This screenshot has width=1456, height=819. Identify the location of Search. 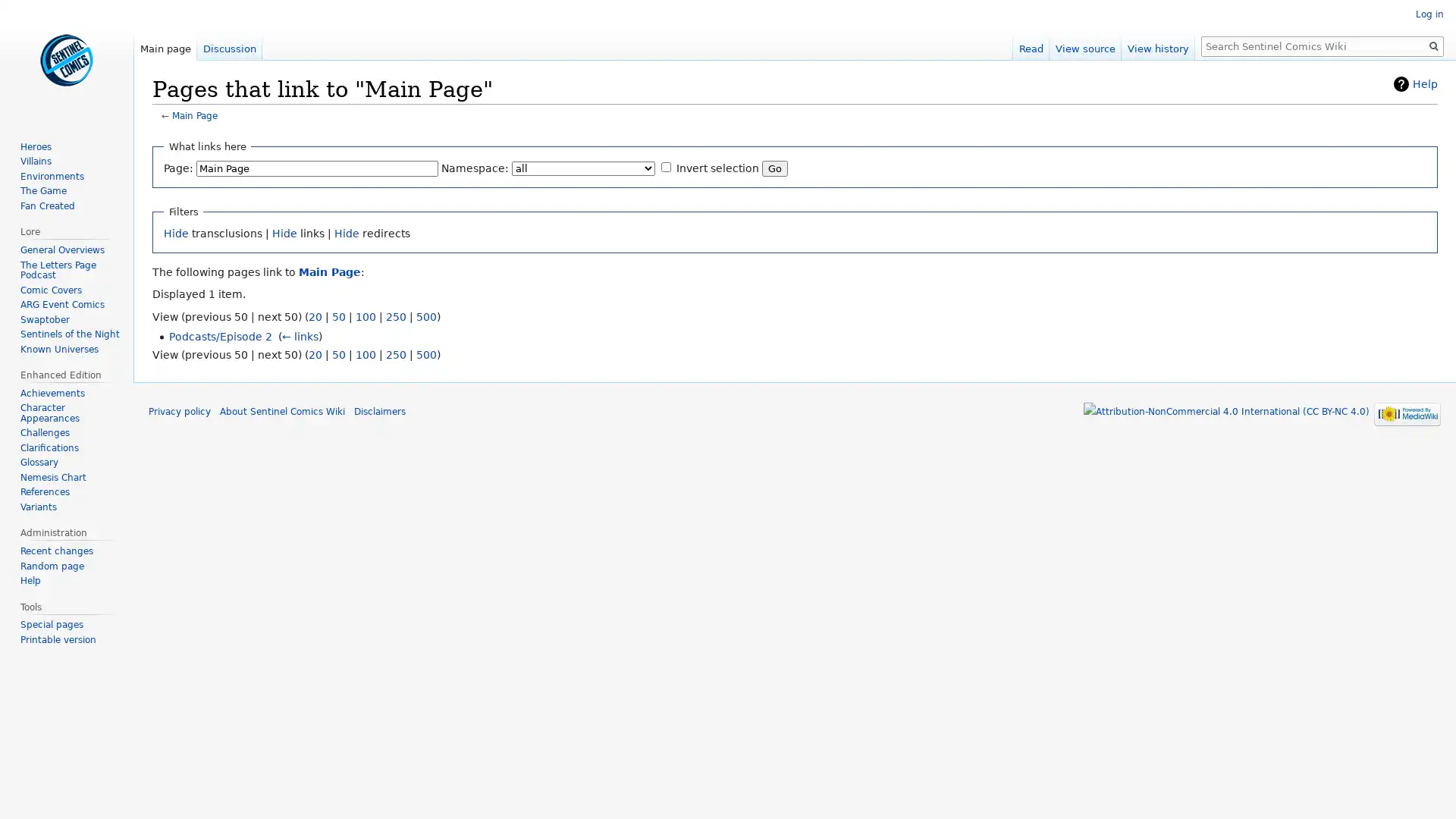
(1433, 45).